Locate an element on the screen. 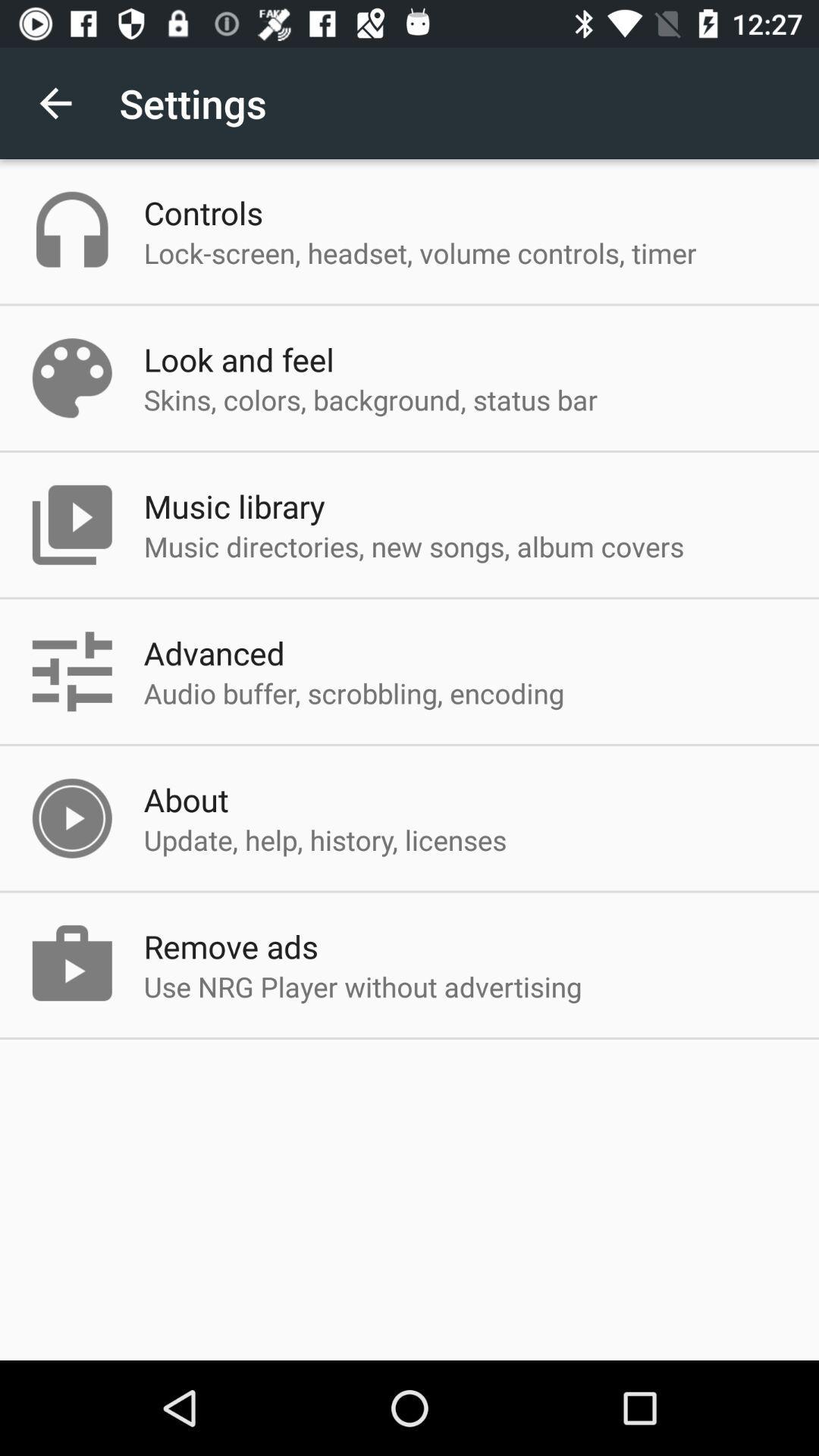 This screenshot has height=1456, width=819. item above the audio buffer scrobbling is located at coordinates (214, 652).